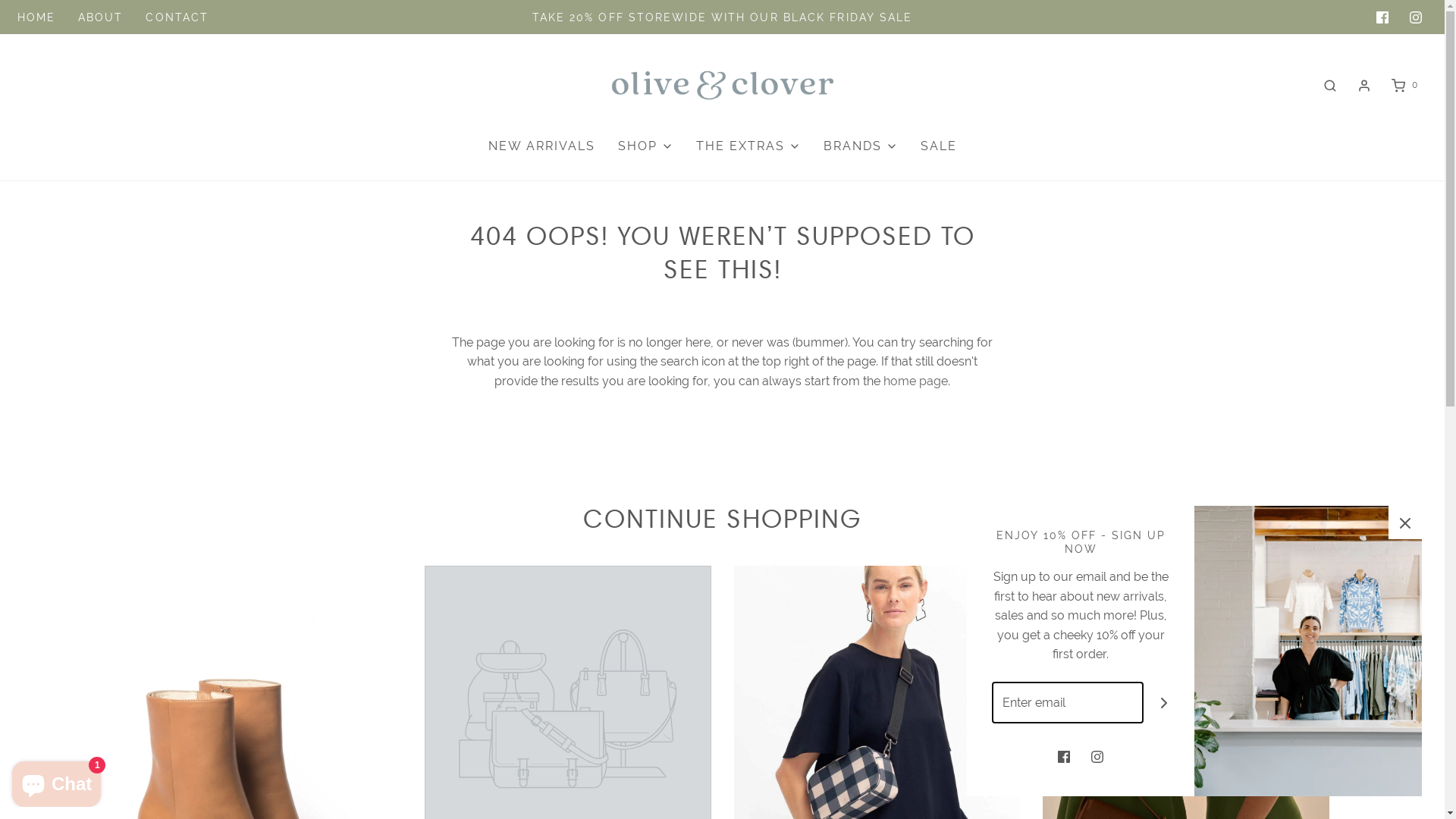 The image size is (1456, 819). I want to click on 'Search', so click(1329, 85).